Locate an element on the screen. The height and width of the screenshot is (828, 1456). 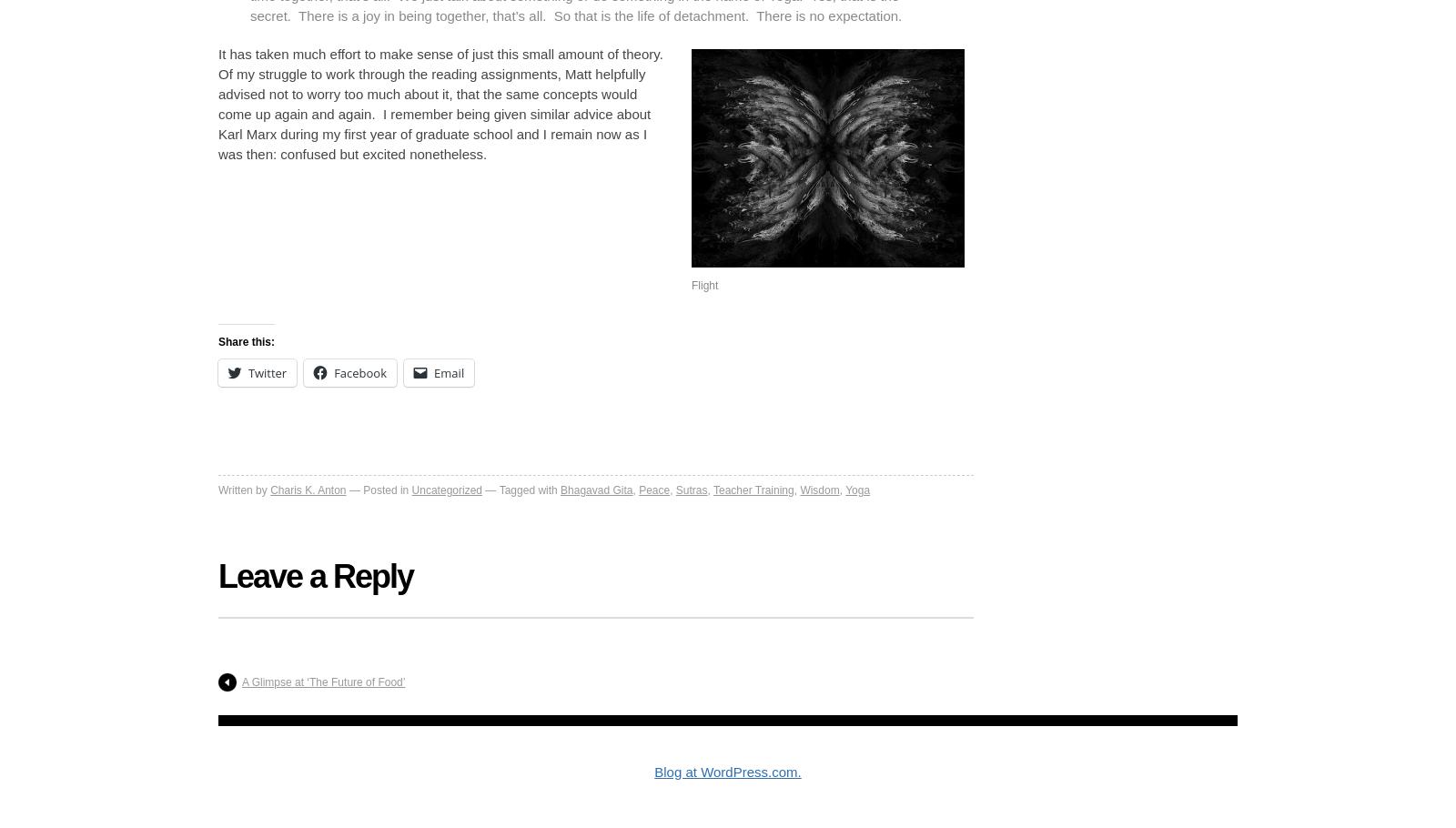
'A Glimpse at ‘The Future of Food’' is located at coordinates (323, 682).